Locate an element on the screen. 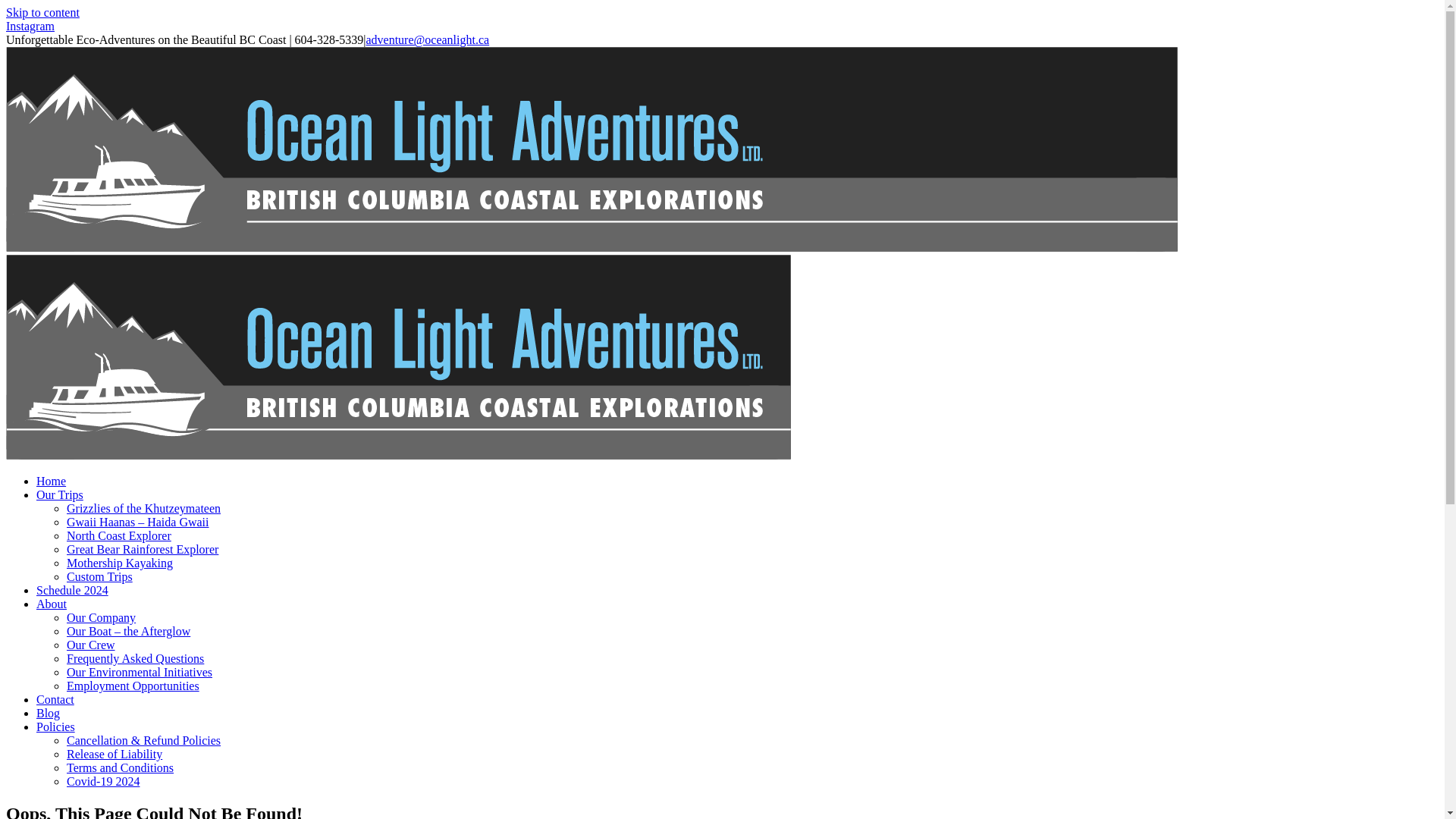 Image resolution: width=1456 pixels, height=819 pixels. 'Release of Liability' is located at coordinates (113, 754).